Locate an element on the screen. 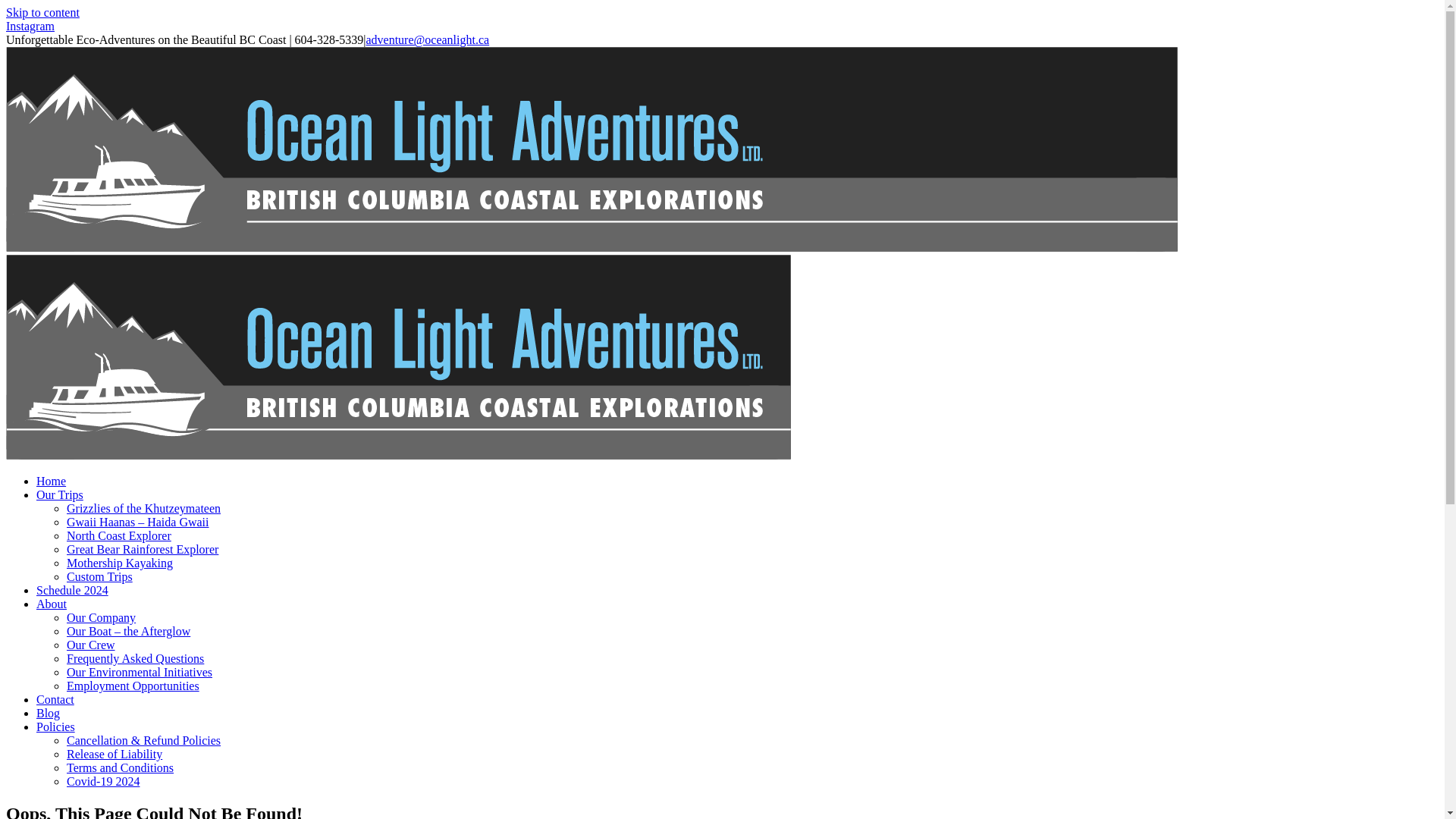 Image resolution: width=1456 pixels, height=819 pixels. 'Release of Liability' is located at coordinates (113, 754).